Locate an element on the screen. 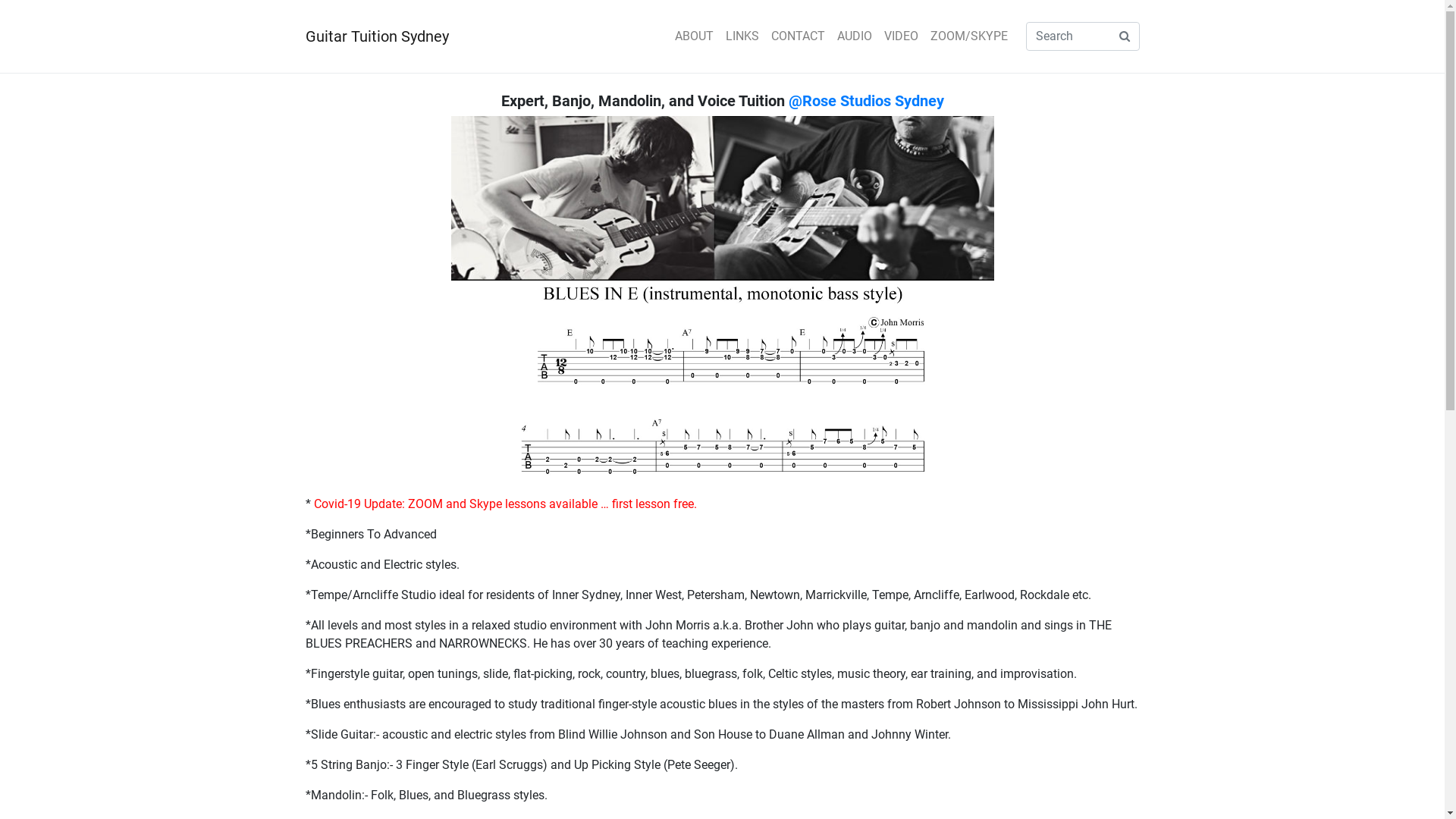  'CONTACT' is located at coordinates (796, 35).